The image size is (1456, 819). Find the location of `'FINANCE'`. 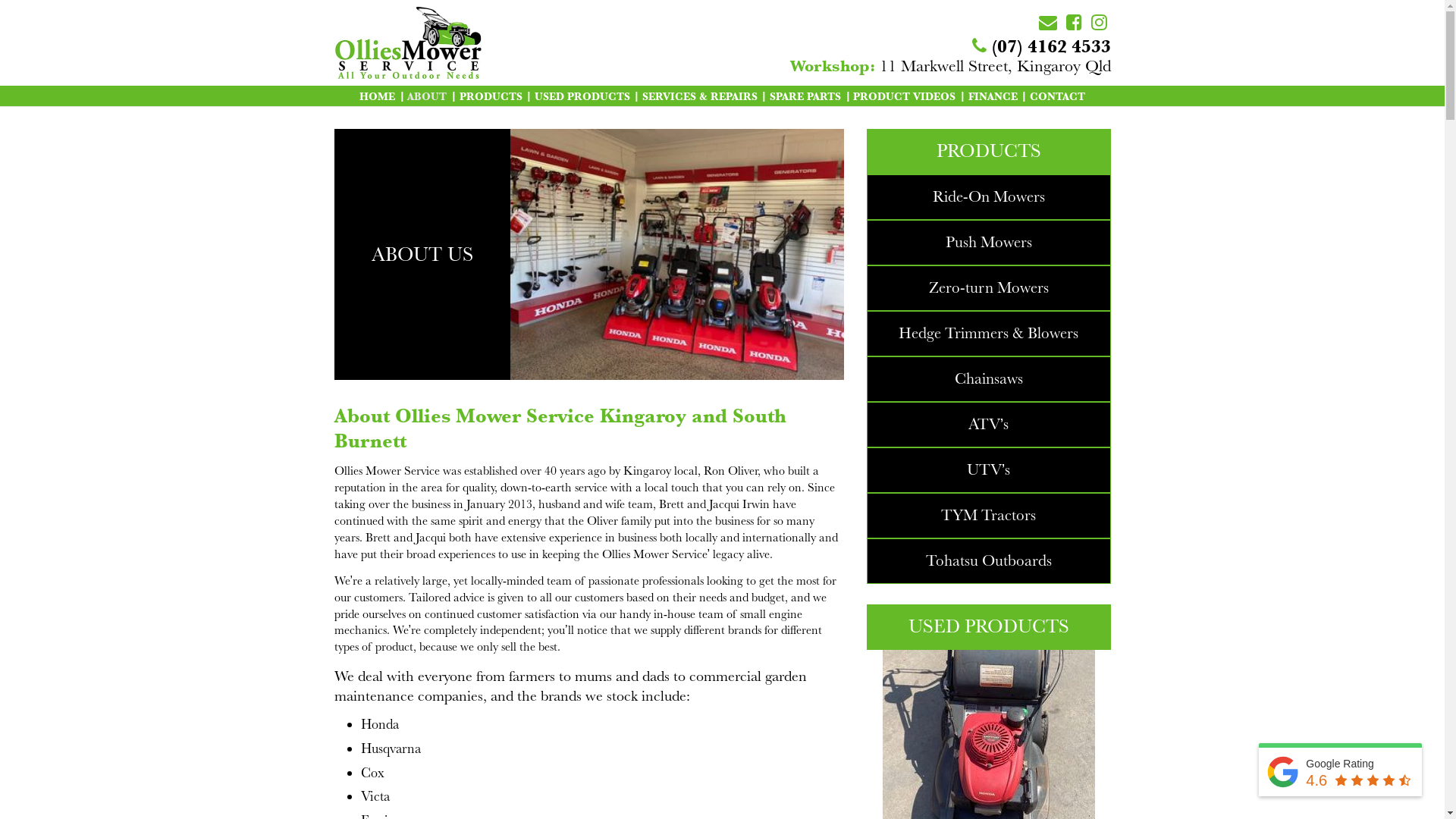

'FINANCE' is located at coordinates (993, 96).